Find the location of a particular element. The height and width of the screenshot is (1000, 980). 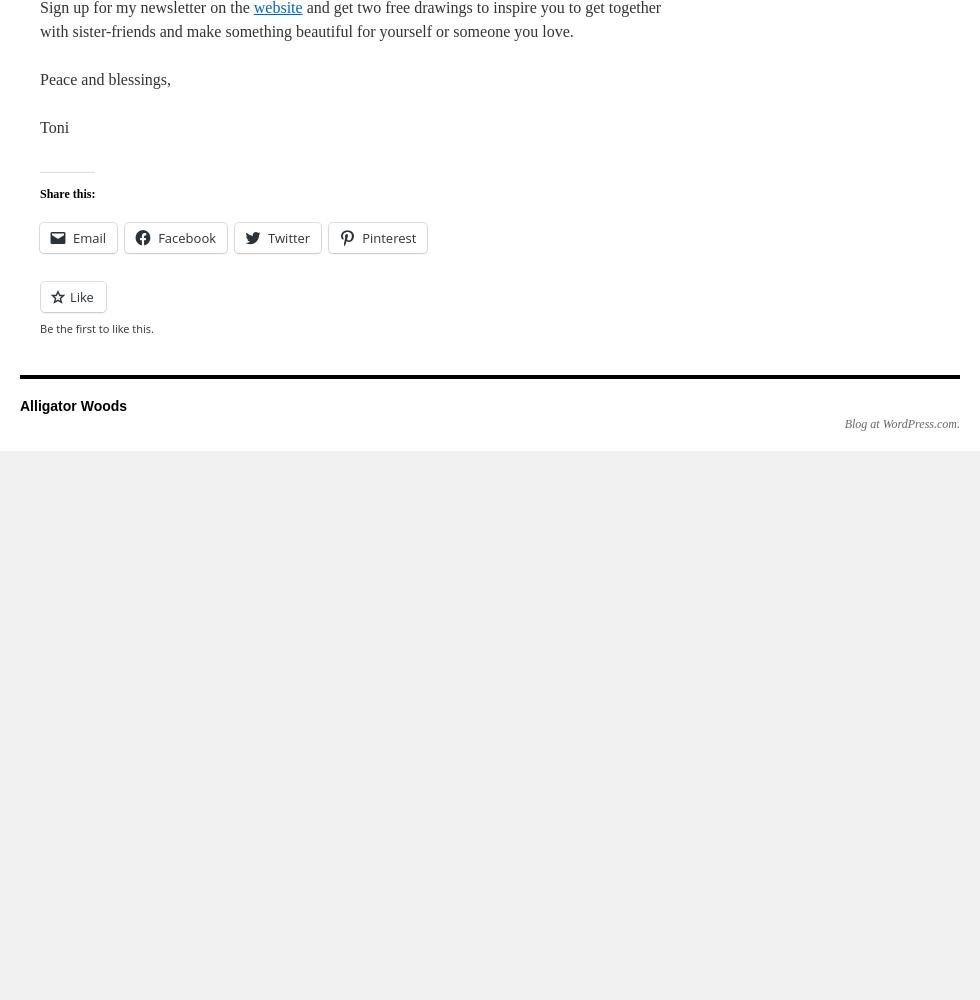

'Pinterest' is located at coordinates (362, 237).